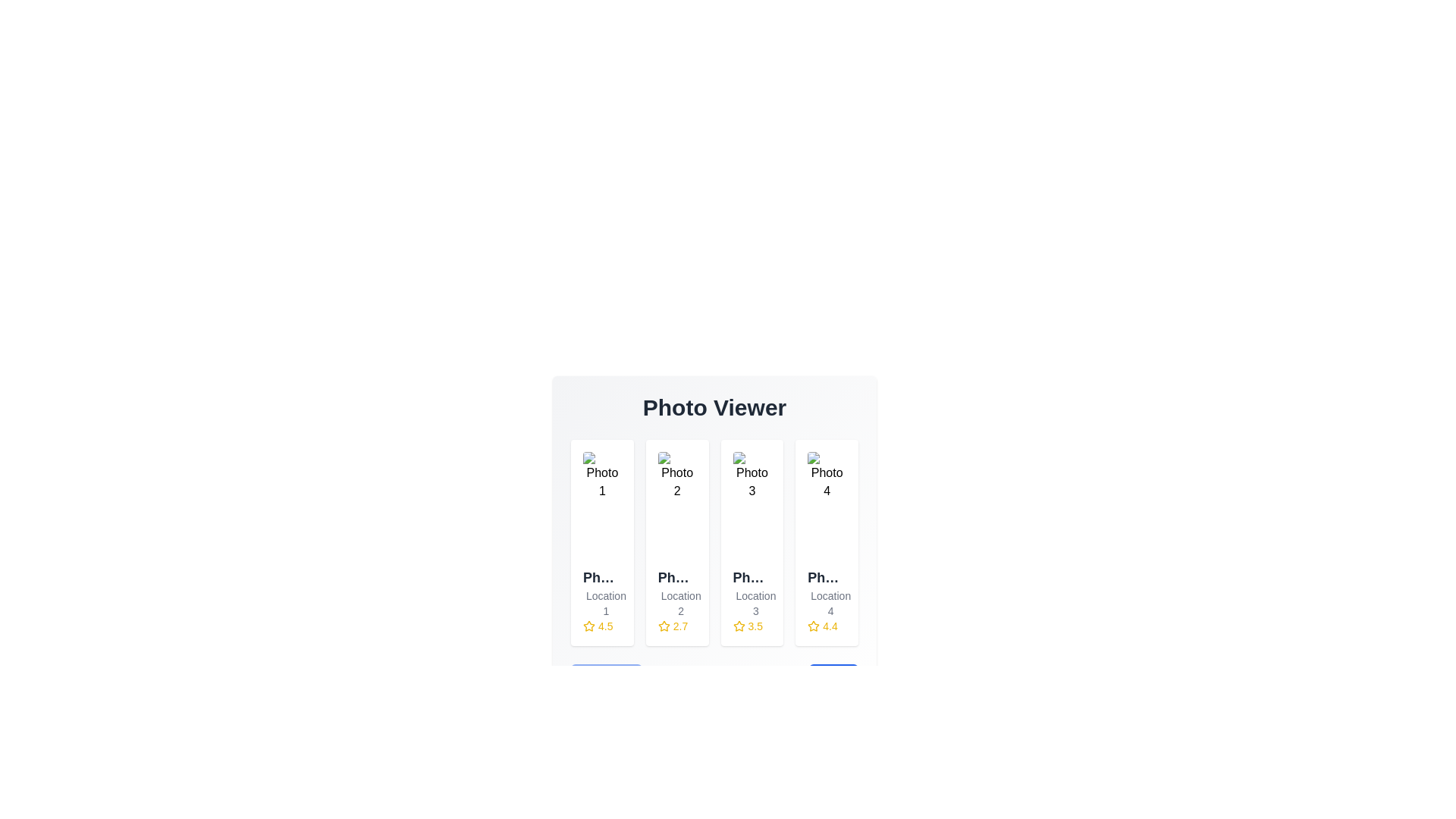  I want to click on the yellow star icon representing the rating or favorite function located below the text '3.5' in the third column of the 'Photo Viewer' component, so click(739, 626).